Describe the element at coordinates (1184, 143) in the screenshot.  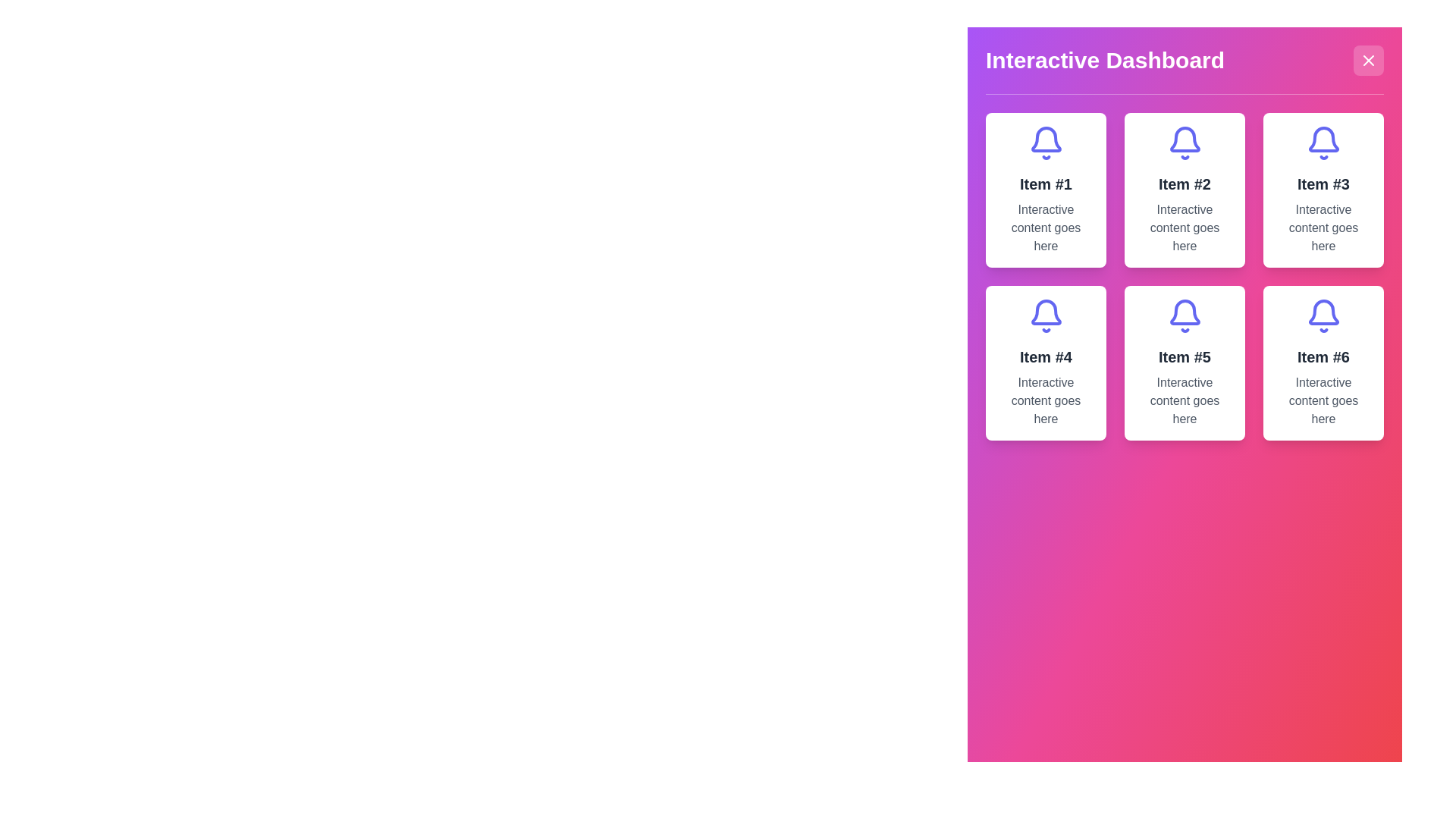
I see `the bell-shaped indigo icon located at the top of the card labeled 'Item #2' to trigger its associated functionality` at that location.